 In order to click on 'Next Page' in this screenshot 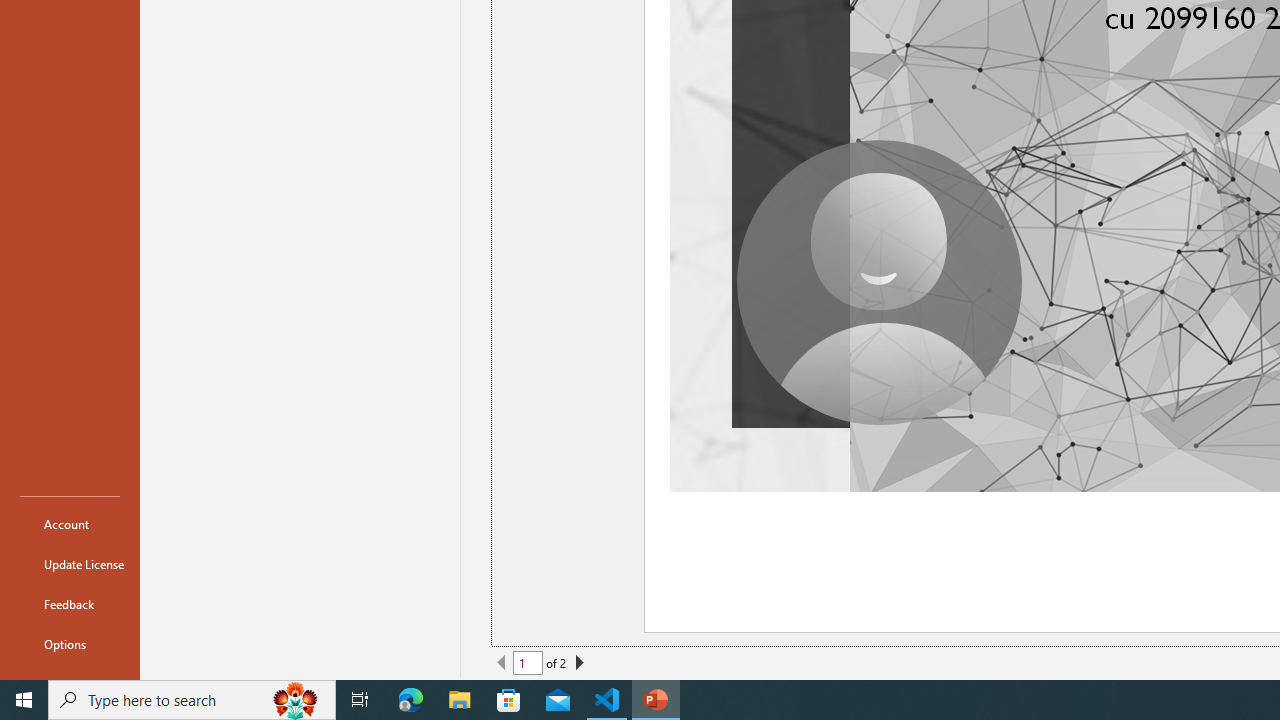, I will do `click(578, 663)`.